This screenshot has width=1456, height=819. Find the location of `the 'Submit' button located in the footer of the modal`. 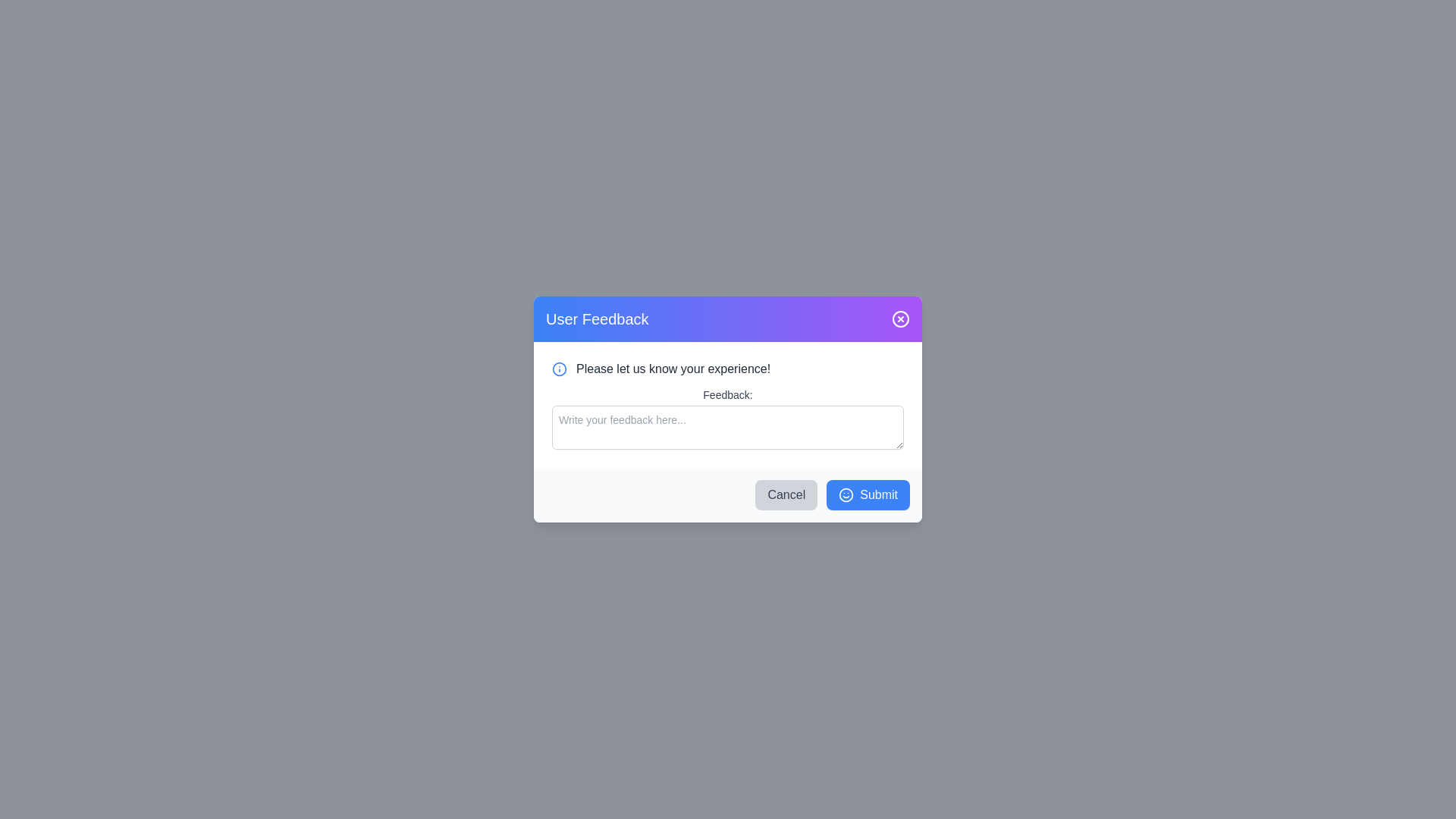

the 'Submit' button located in the footer of the modal is located at coordinates (868, 494).